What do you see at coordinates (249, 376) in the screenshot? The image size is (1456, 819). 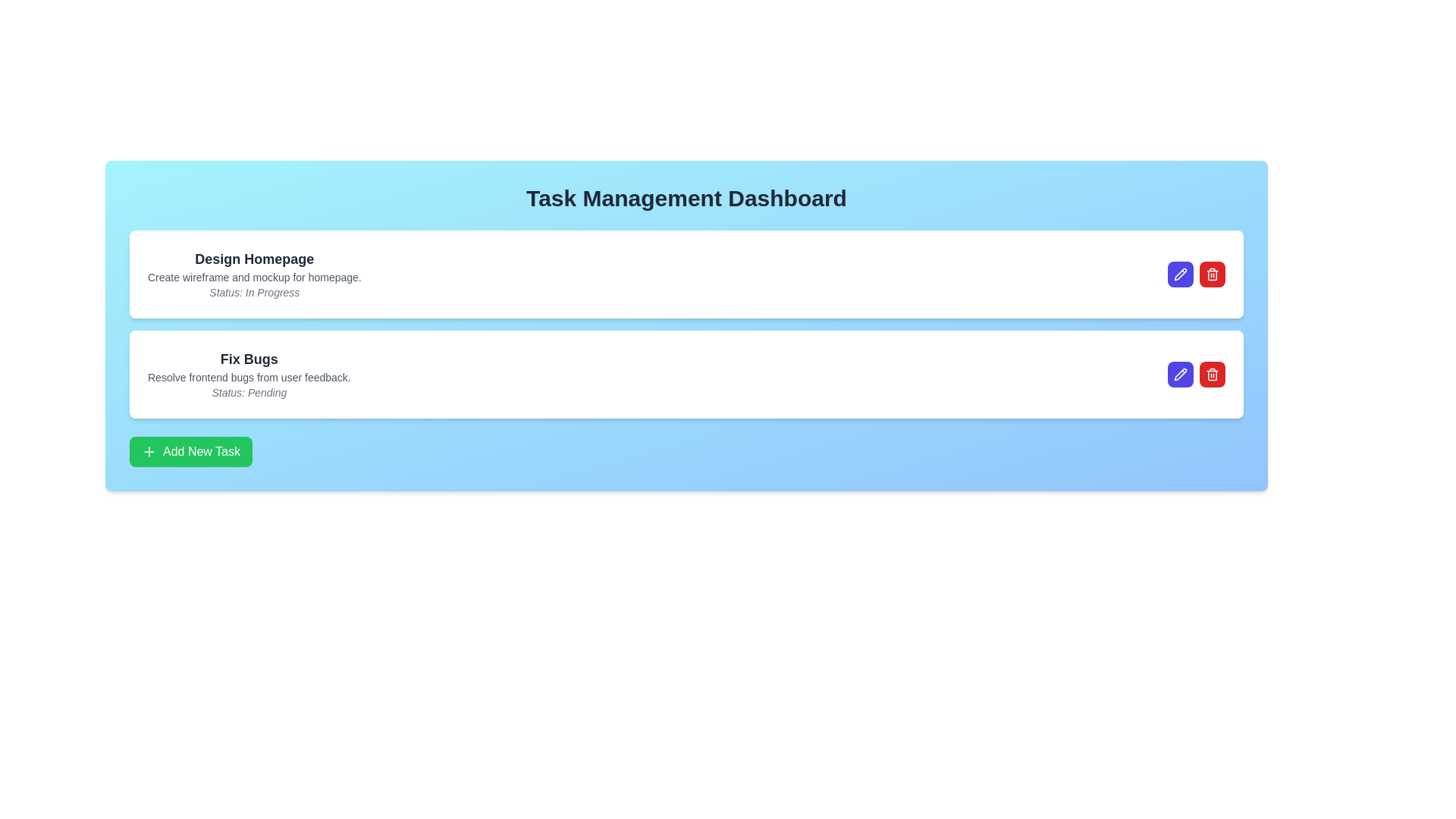 I see `the text label stating 'Resolve frontend bugs from user feedback.', which is styled with a grayish tone and positioned below 'Fix Bugs' and above 'Status: Pending' in the second task card` at bounding box center [249, 376].